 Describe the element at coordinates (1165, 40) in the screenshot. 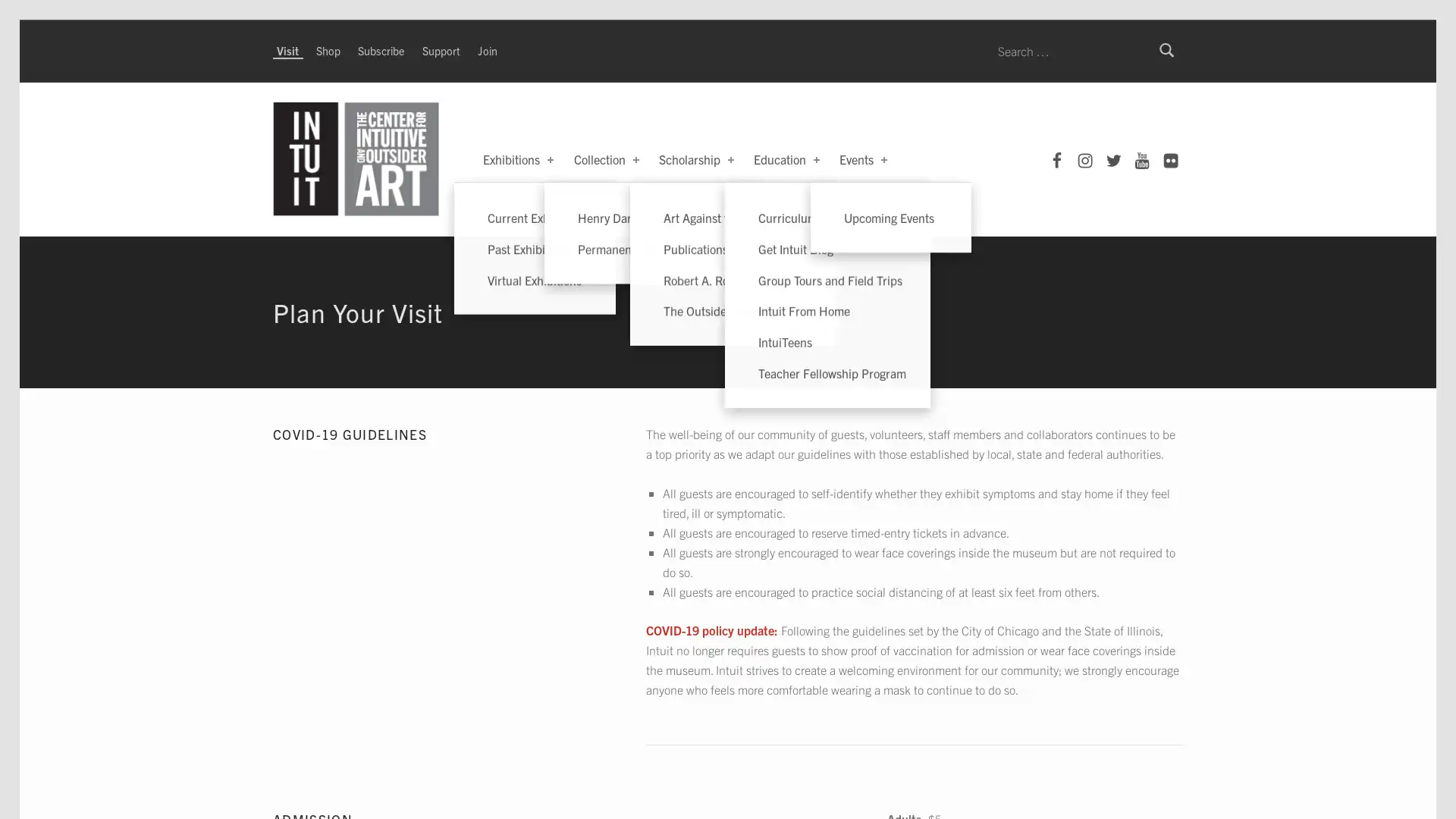

I see `Search` at that location.